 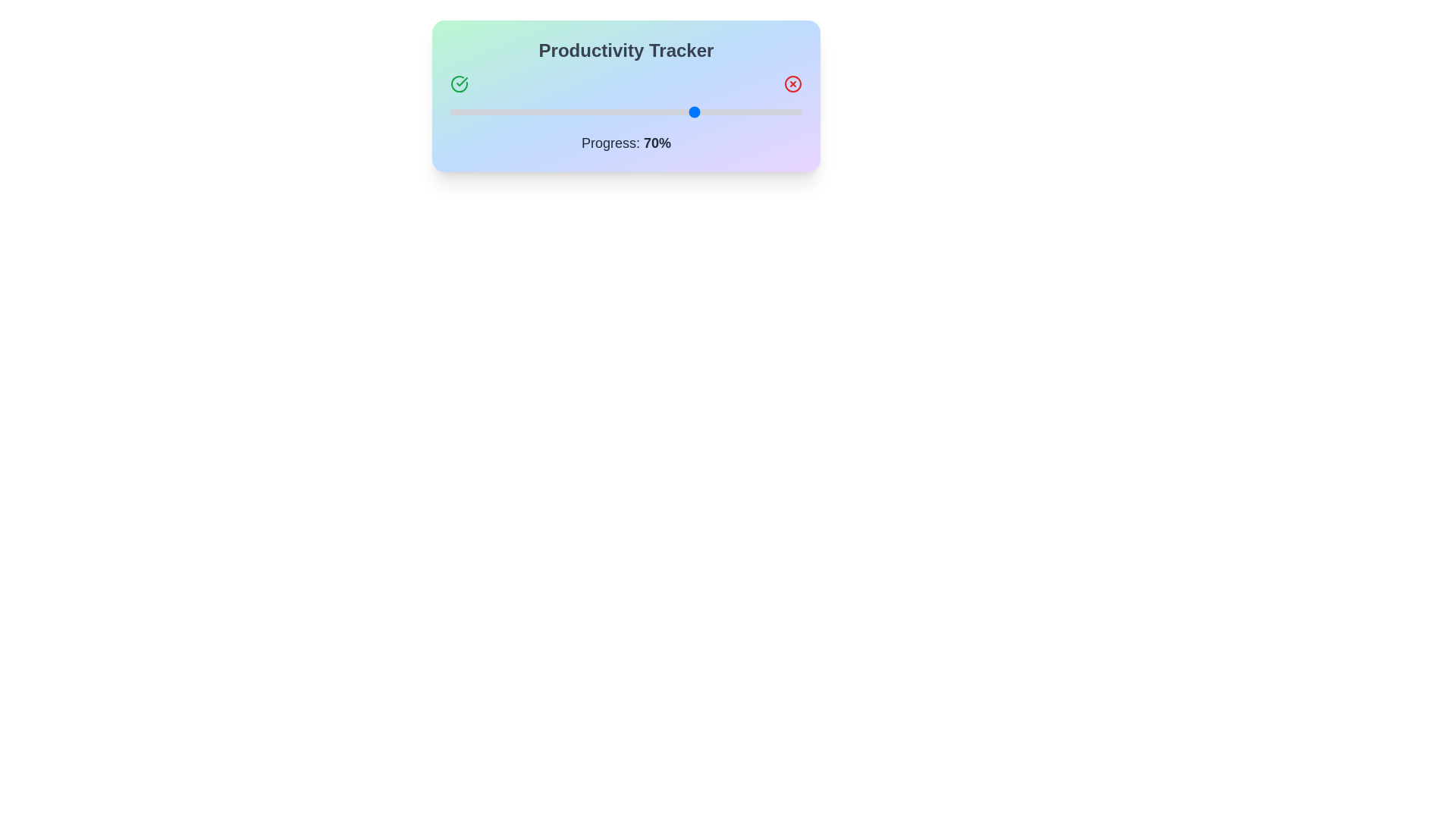 I want to click on the progress value, so click(x=496, y=111).